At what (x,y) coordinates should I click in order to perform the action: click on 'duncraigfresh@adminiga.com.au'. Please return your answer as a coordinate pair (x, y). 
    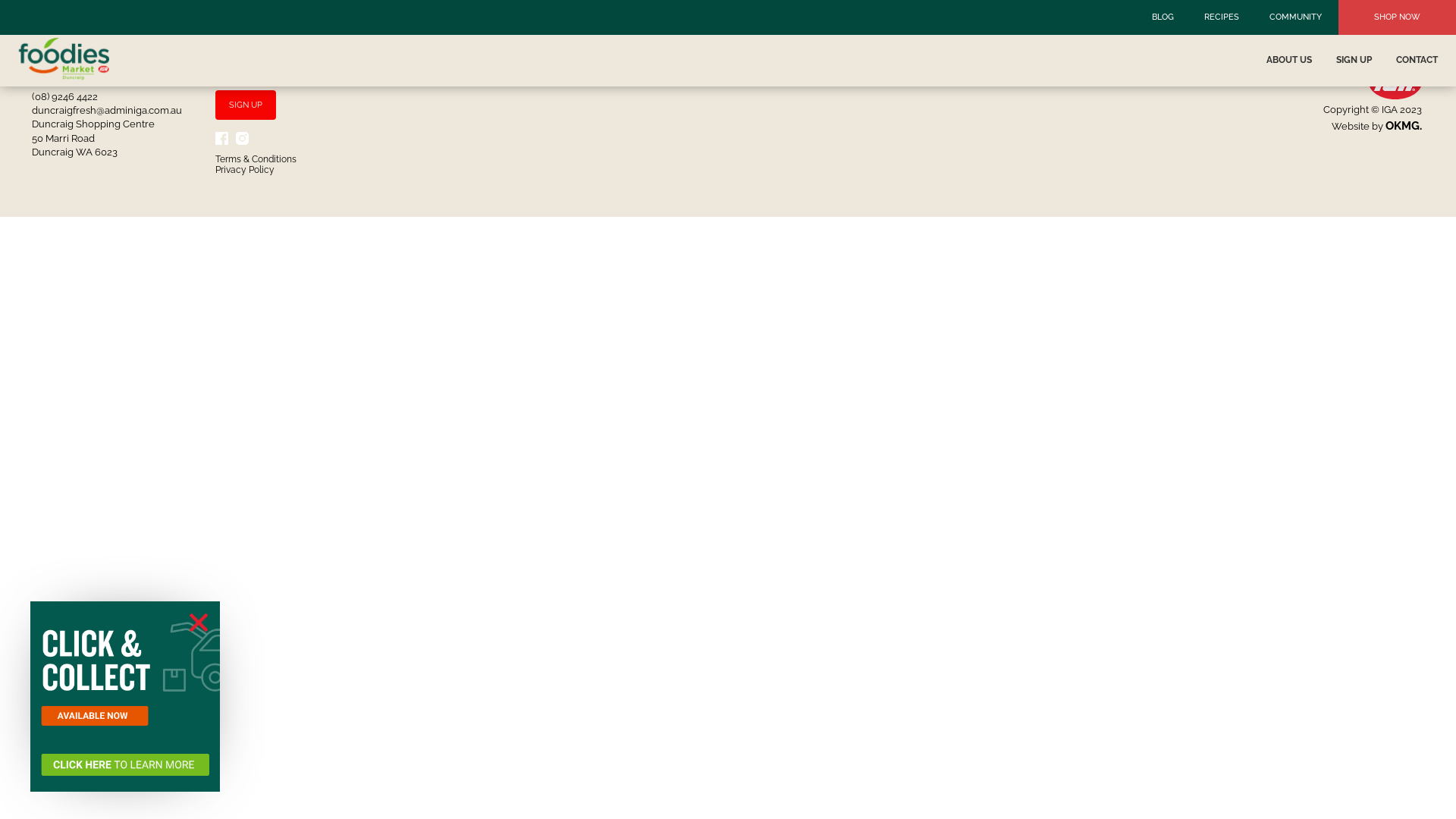
    Looking at the image, I should click on (32, 109).